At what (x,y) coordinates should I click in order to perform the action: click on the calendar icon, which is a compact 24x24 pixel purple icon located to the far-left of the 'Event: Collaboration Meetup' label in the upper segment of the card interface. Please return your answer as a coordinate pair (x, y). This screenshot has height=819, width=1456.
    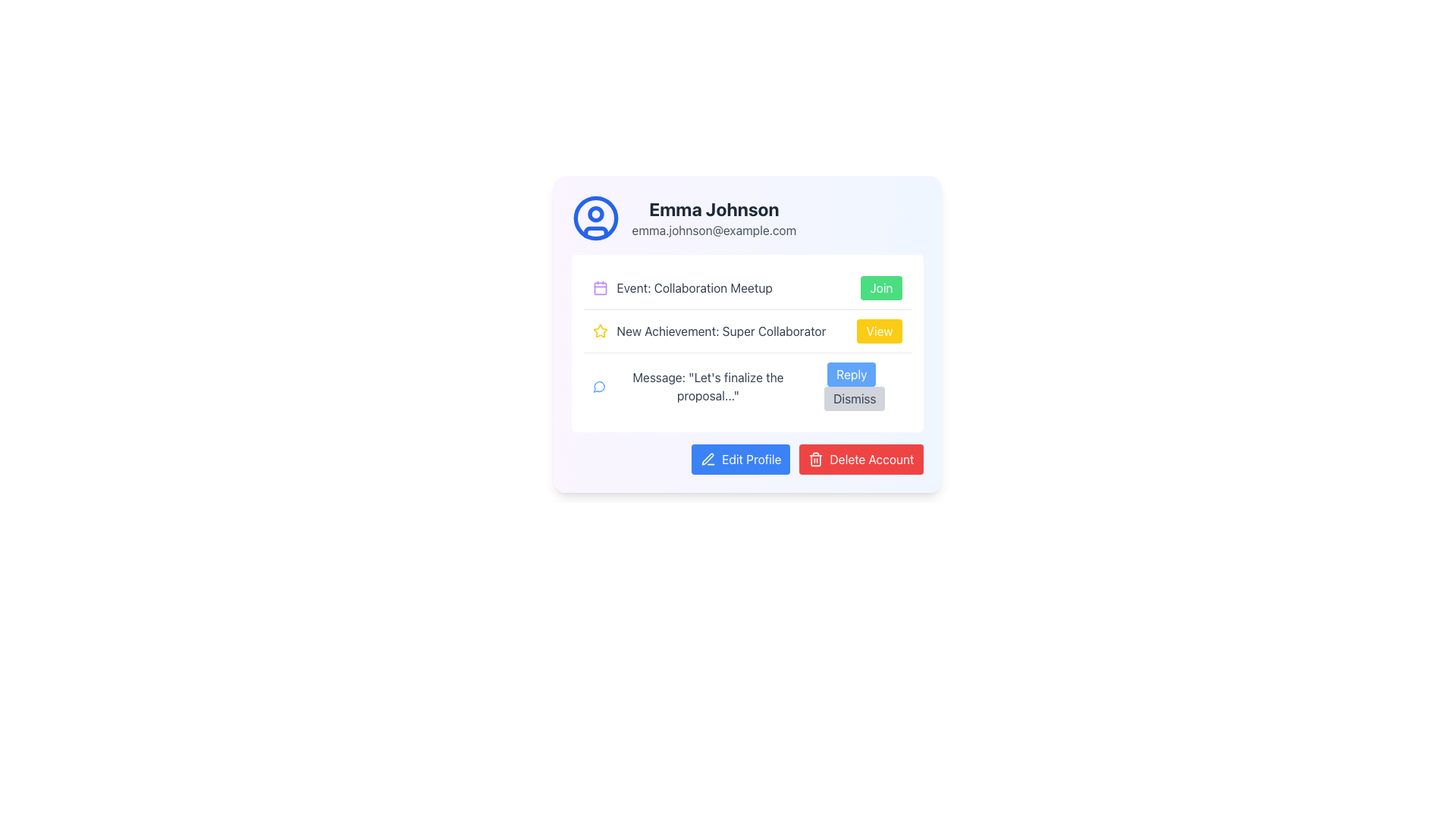
    Looking at the image, I should click on (599, 288).